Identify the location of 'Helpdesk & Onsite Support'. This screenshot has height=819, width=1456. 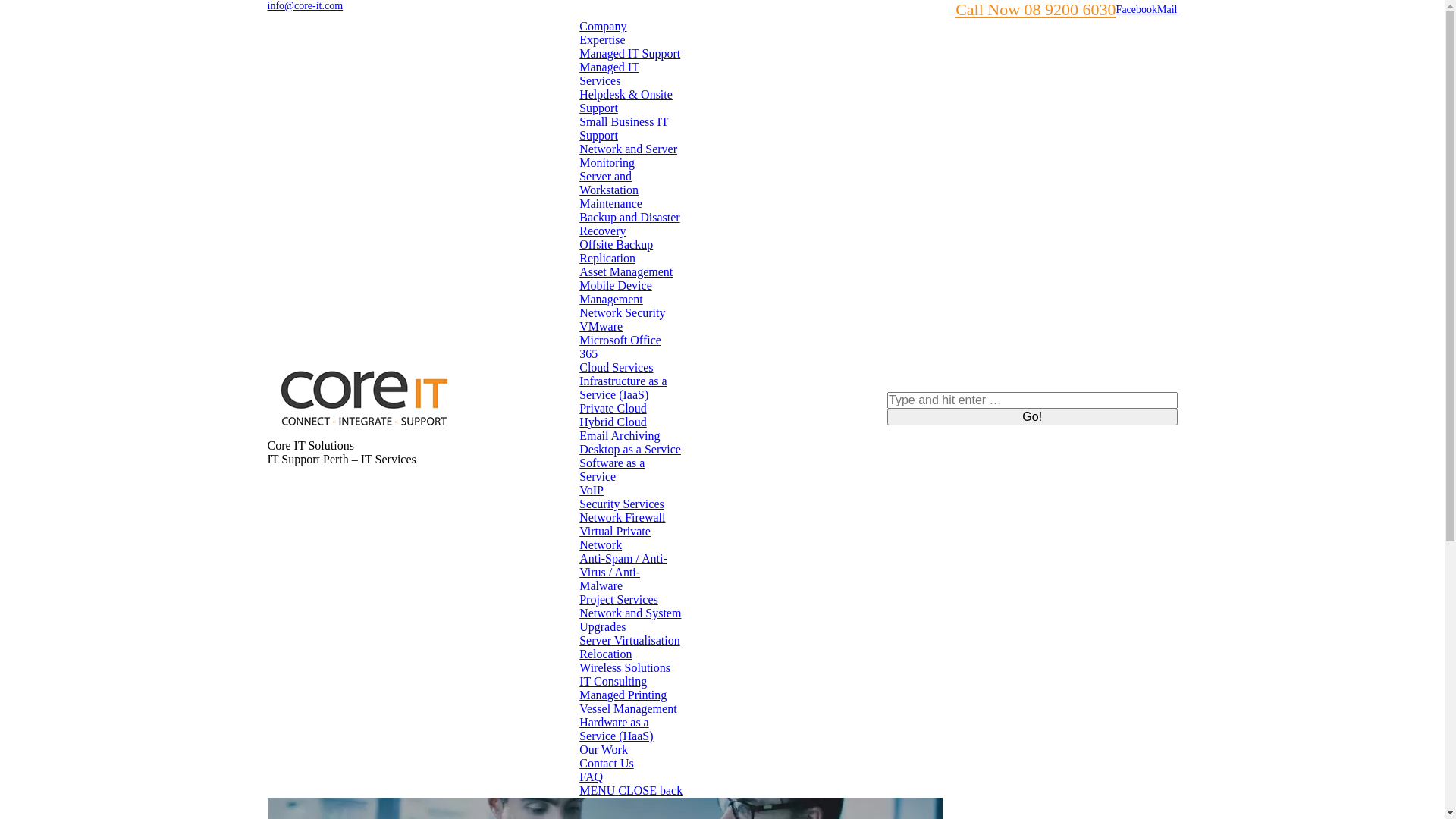
(626, 101).